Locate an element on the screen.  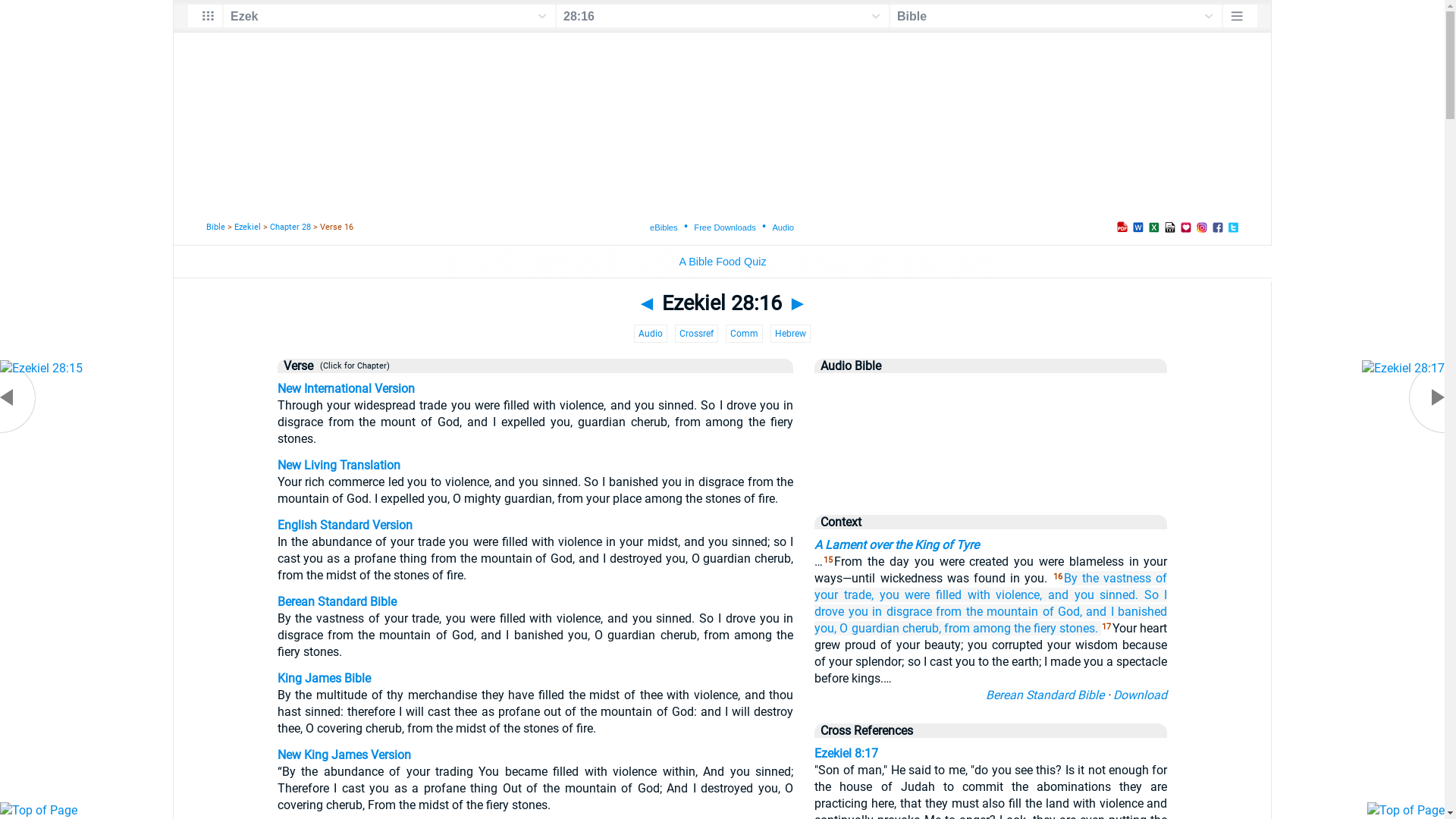
'Berean Standard Bible' is located at coordinates (1043, 695).